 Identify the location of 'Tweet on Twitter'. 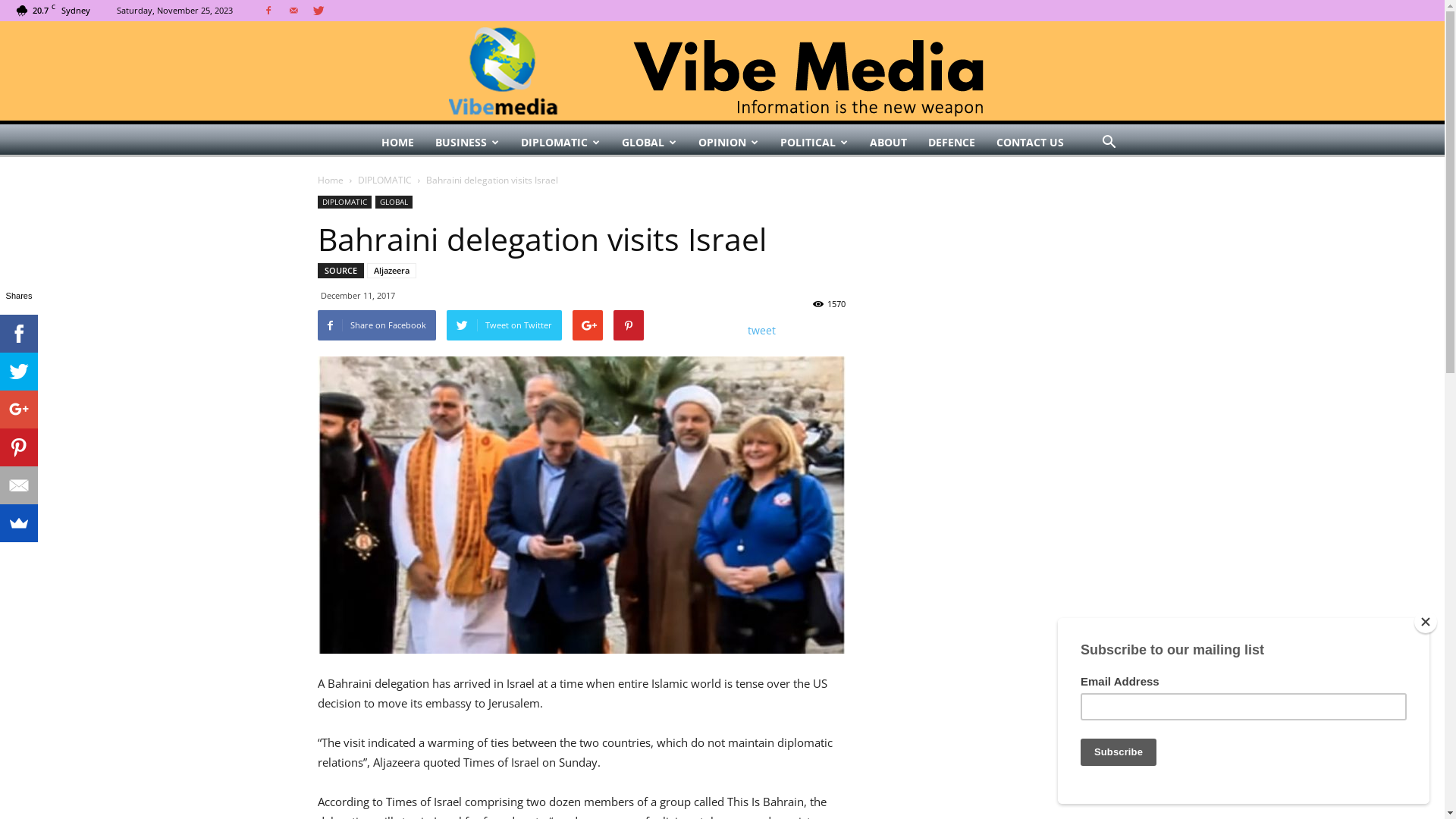
(503, 324).